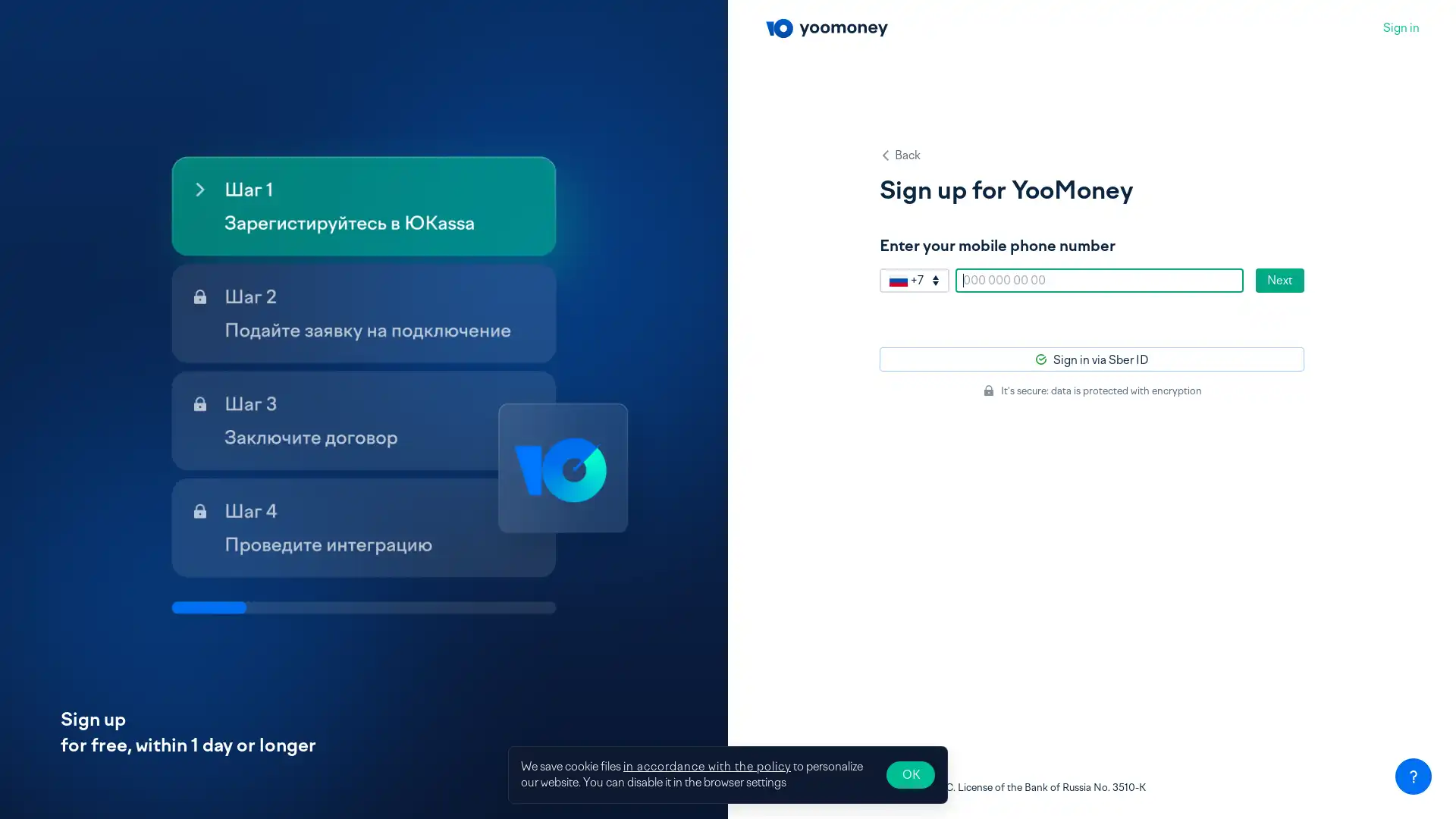 The height and width of the screenshot is (819, 1456). I want to click on OK, so click(910, 775).